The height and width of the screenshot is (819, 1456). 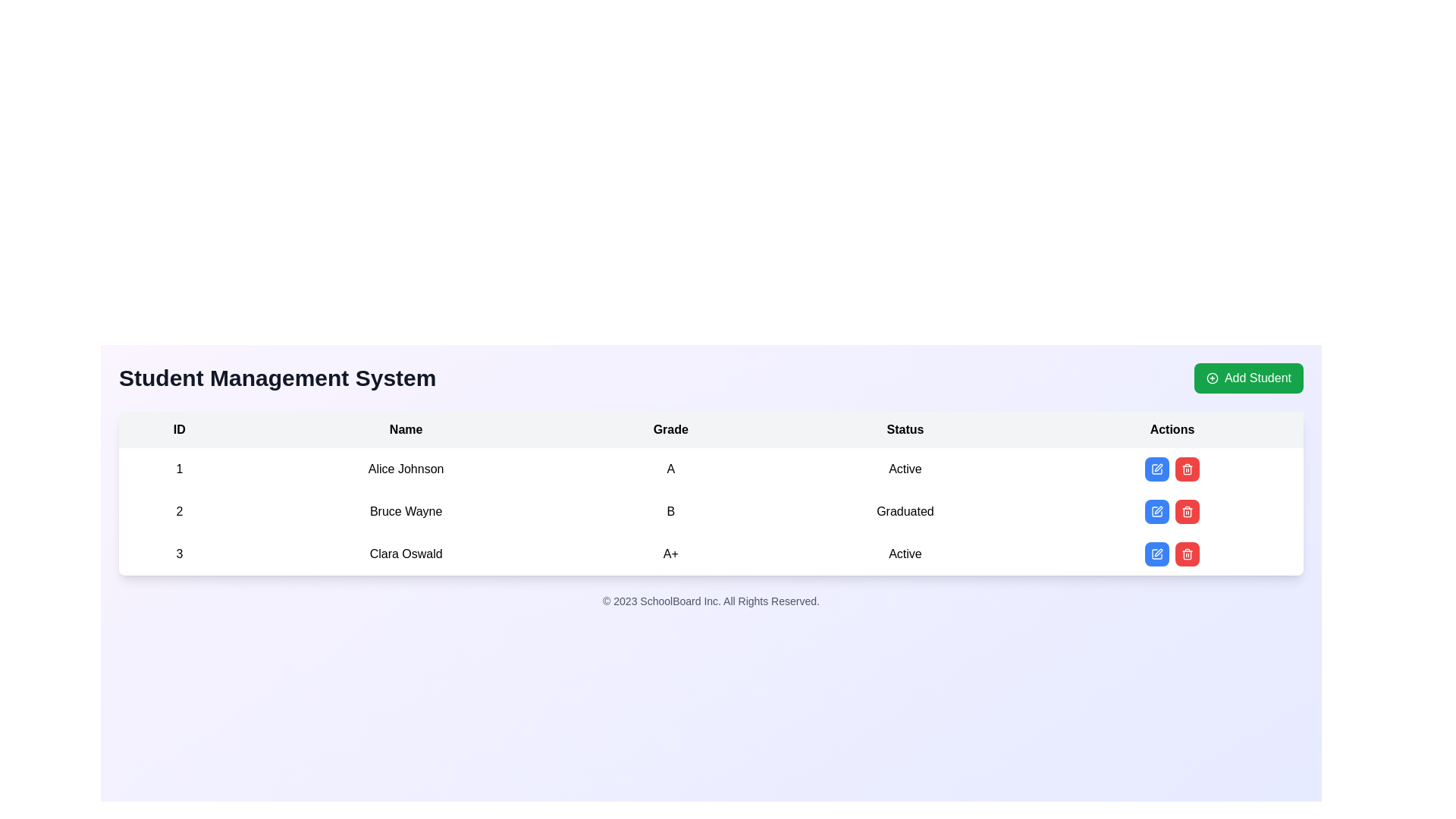 I want to click on the edit icon (pen icon) located in the 'Actions' column next to the delete button for the second entry in the table, so click(x=1157, y=510).